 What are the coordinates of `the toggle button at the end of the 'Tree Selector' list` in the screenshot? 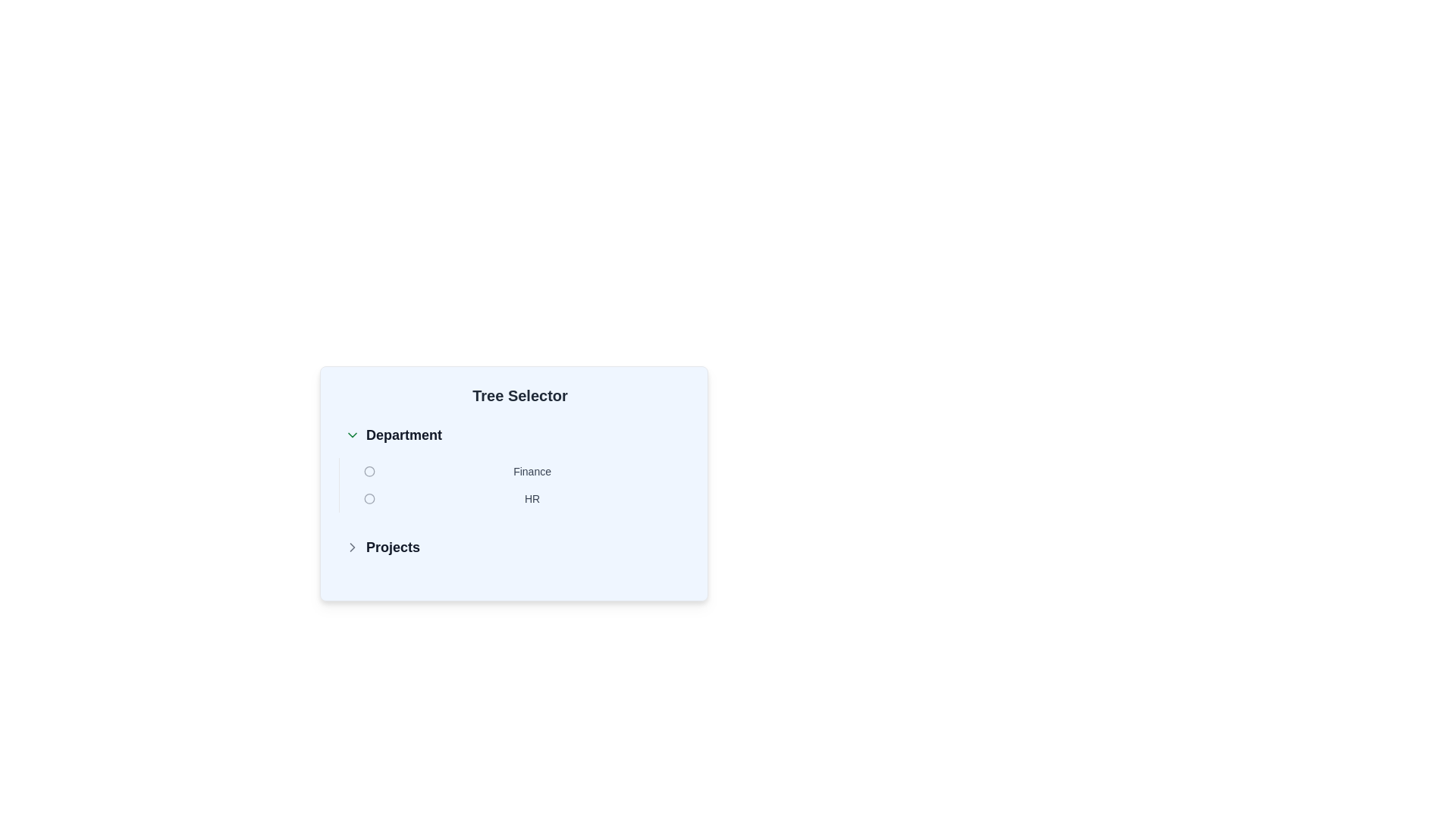 It's located at (513, 547).